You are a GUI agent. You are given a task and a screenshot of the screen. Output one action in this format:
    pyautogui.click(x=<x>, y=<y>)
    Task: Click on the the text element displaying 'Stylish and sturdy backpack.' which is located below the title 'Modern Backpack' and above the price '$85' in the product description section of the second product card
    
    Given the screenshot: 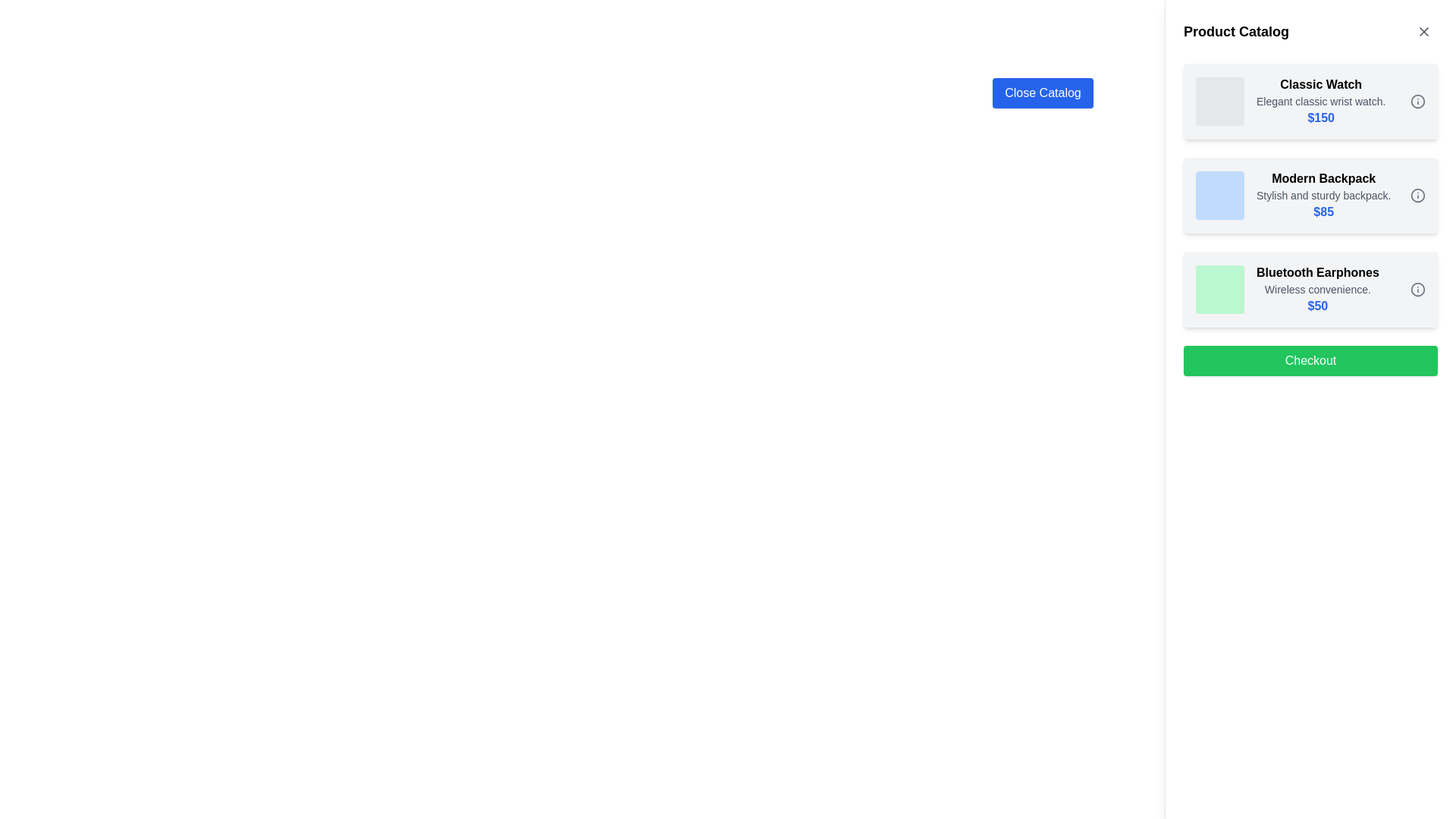 What is the action you would take?
    pyautogui.click(x=1323, y=195)
    